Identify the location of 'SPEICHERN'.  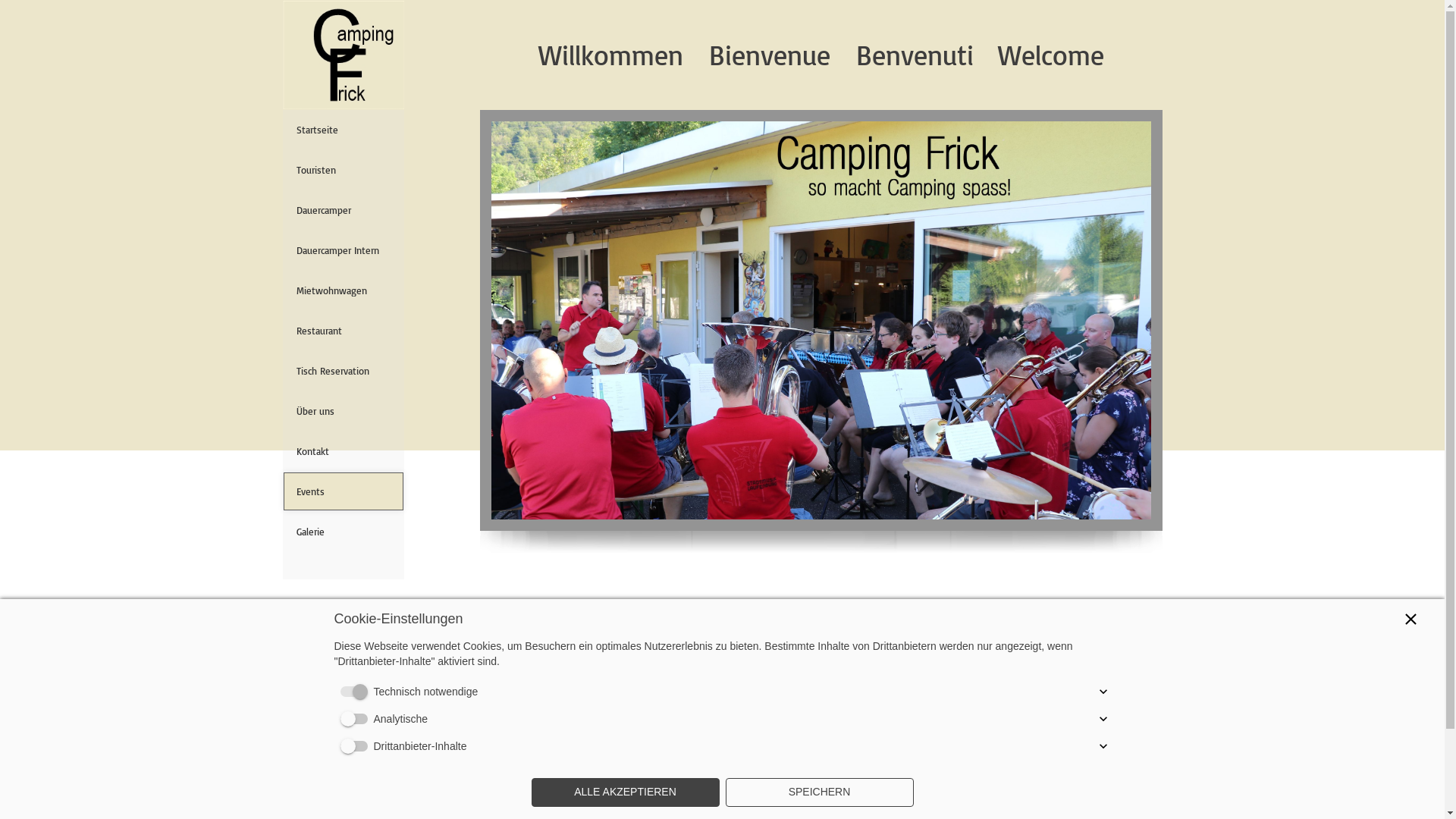
(818, 792).